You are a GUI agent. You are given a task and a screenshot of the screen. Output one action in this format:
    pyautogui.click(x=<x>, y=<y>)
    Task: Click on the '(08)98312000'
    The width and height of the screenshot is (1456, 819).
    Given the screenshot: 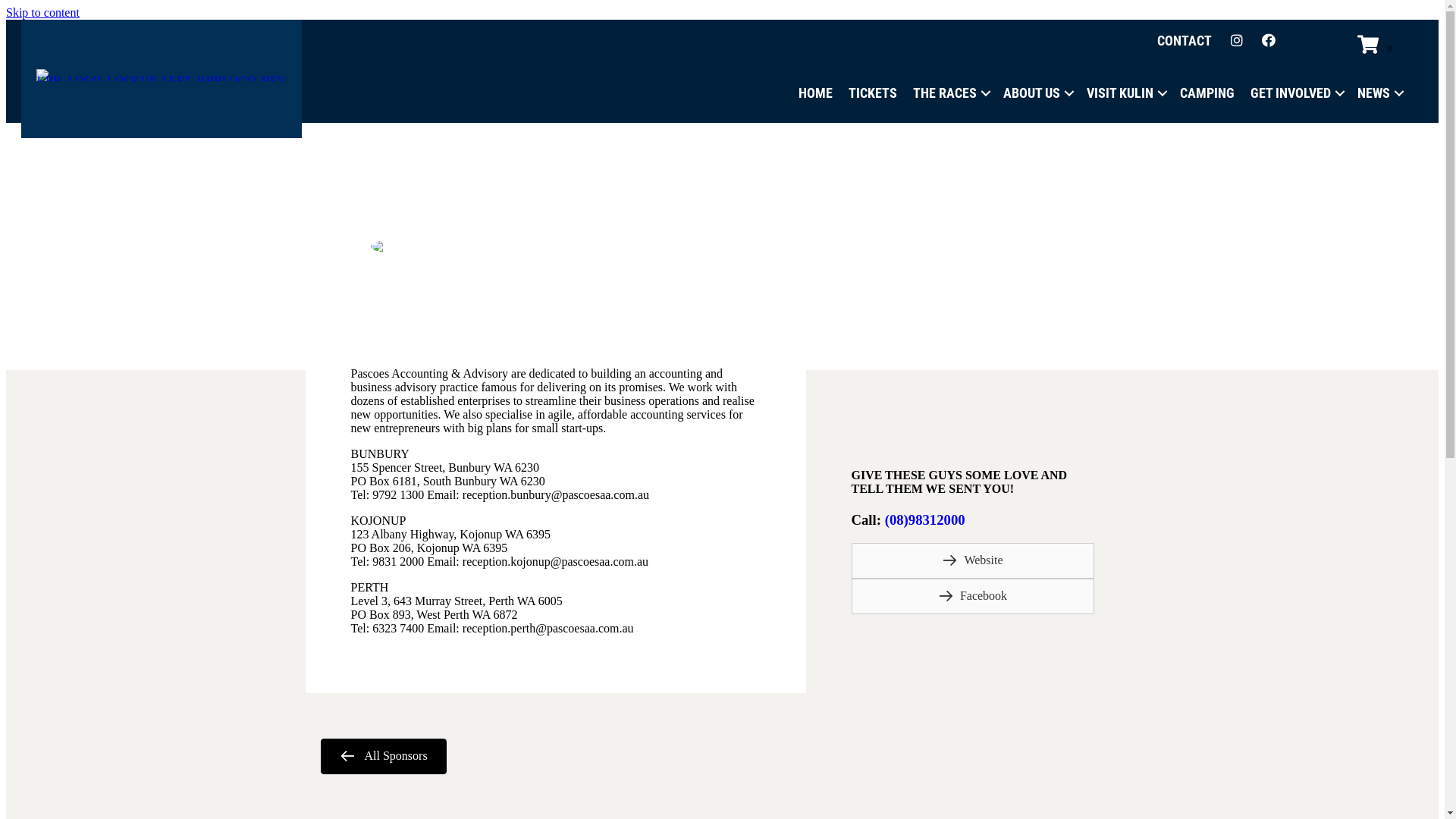 What is the action you would take?
    pyautogui.click(x=884, y=519)
    